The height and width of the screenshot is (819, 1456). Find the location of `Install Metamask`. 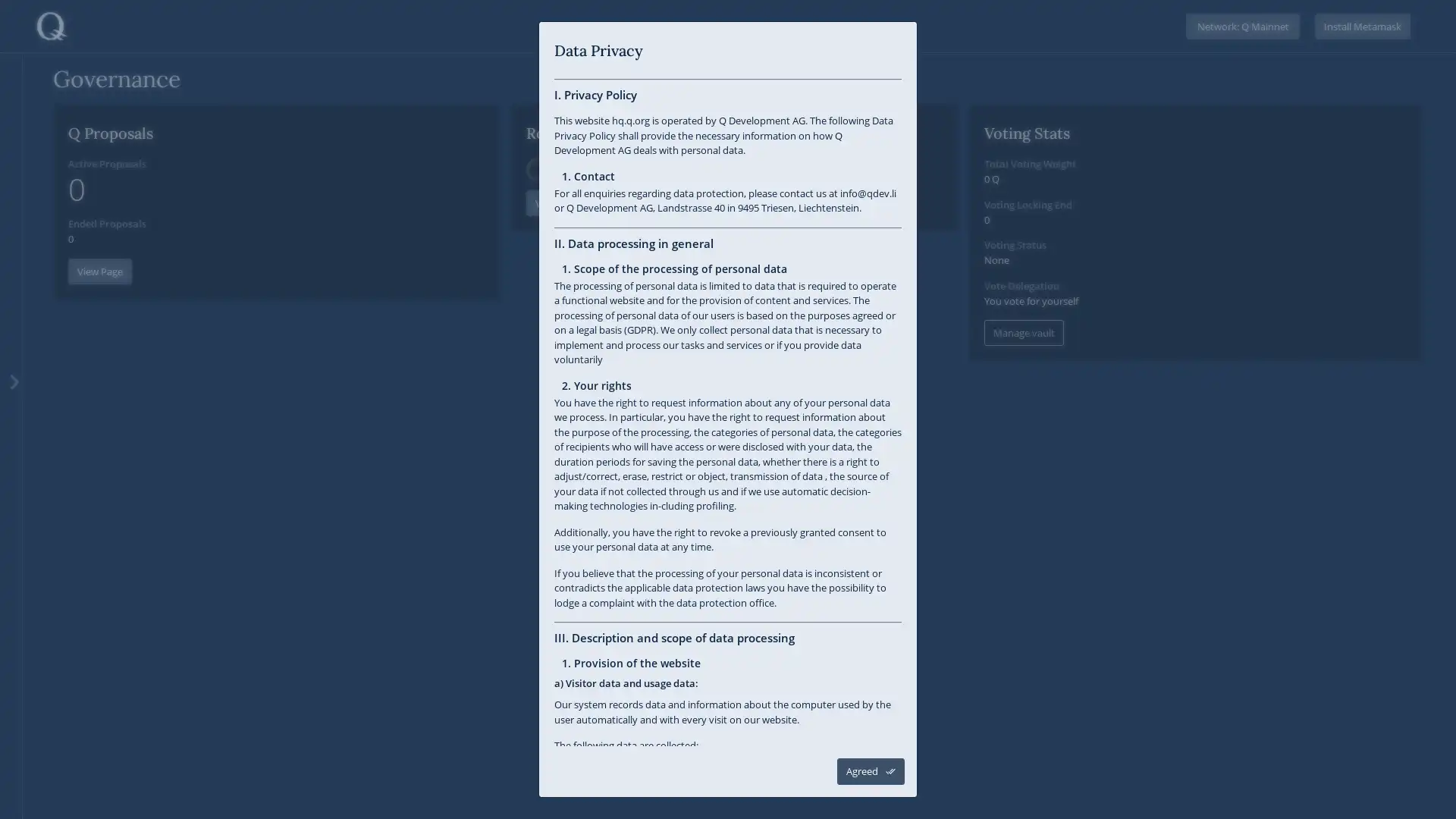

Install Metamask is located at coordinates (1362, 26).